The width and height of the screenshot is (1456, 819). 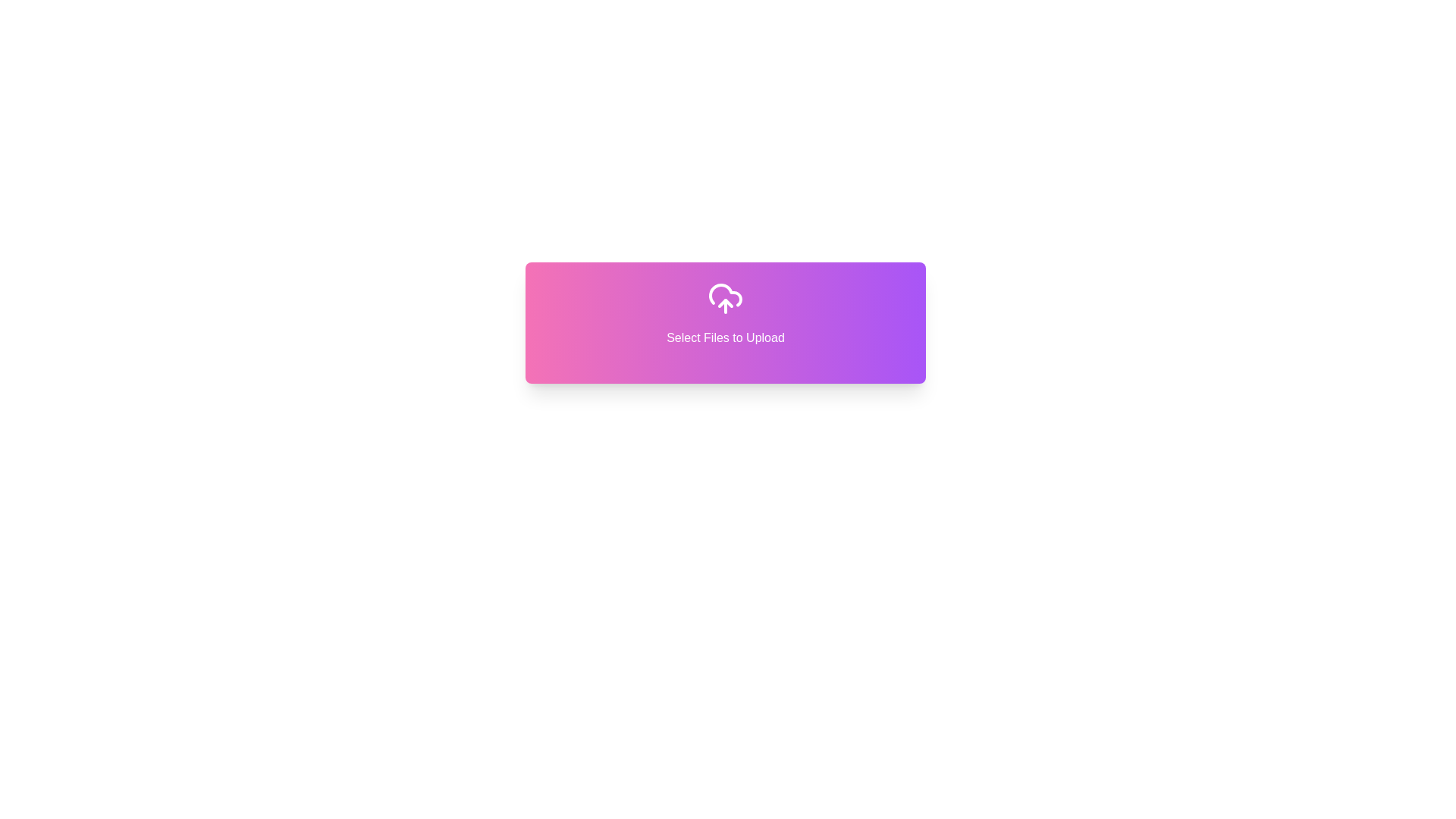 What do you see at coordinates (724, 312) in the screenshot?
I see `the rectangular button with a gradient background and the text 'Select Files to Upload' to receive visual feedback` at bounding box center [724, 312].